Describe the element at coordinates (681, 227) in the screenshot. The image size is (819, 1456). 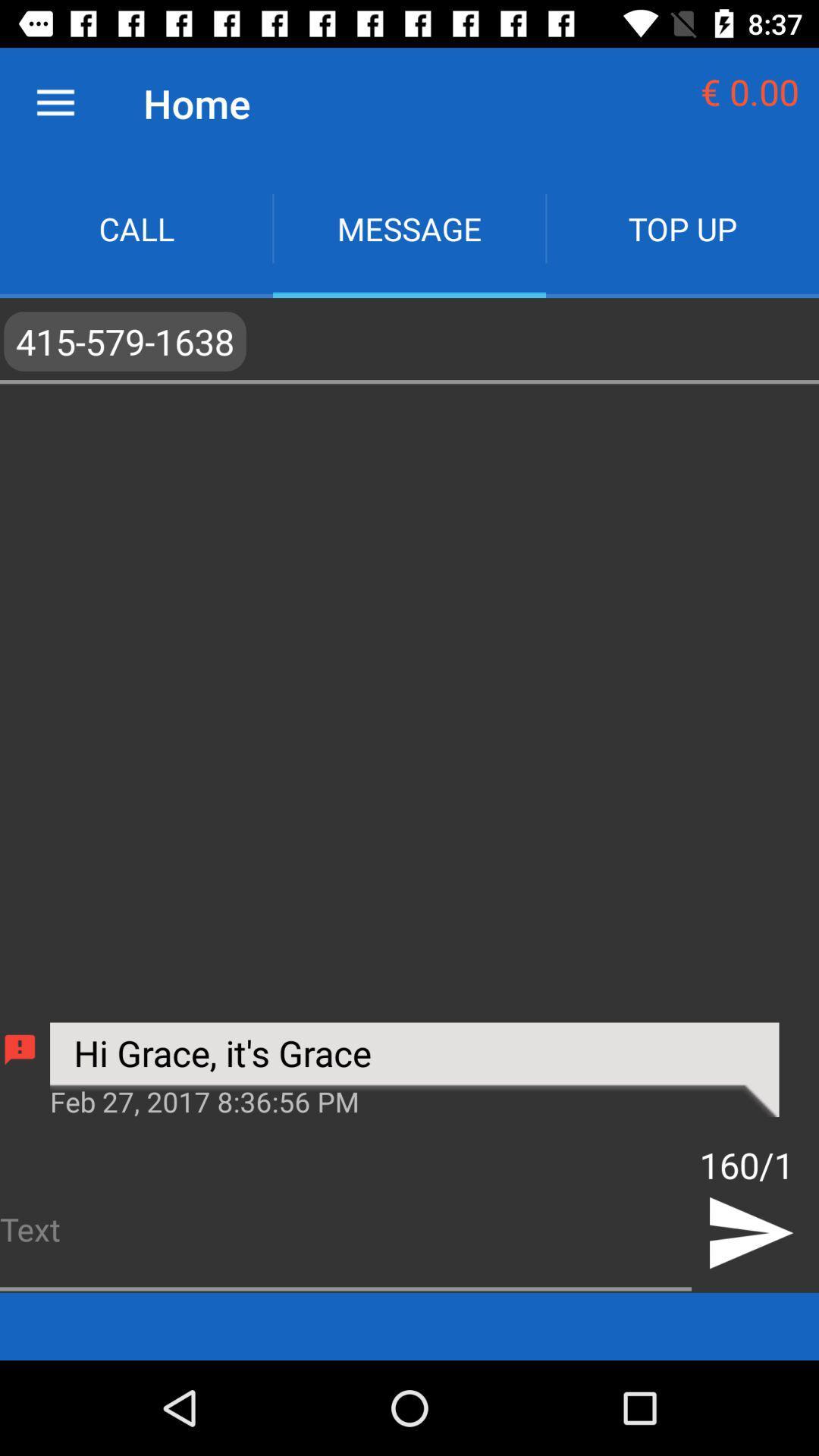
I see `item above ,415-579-1638,  icon` at that location.